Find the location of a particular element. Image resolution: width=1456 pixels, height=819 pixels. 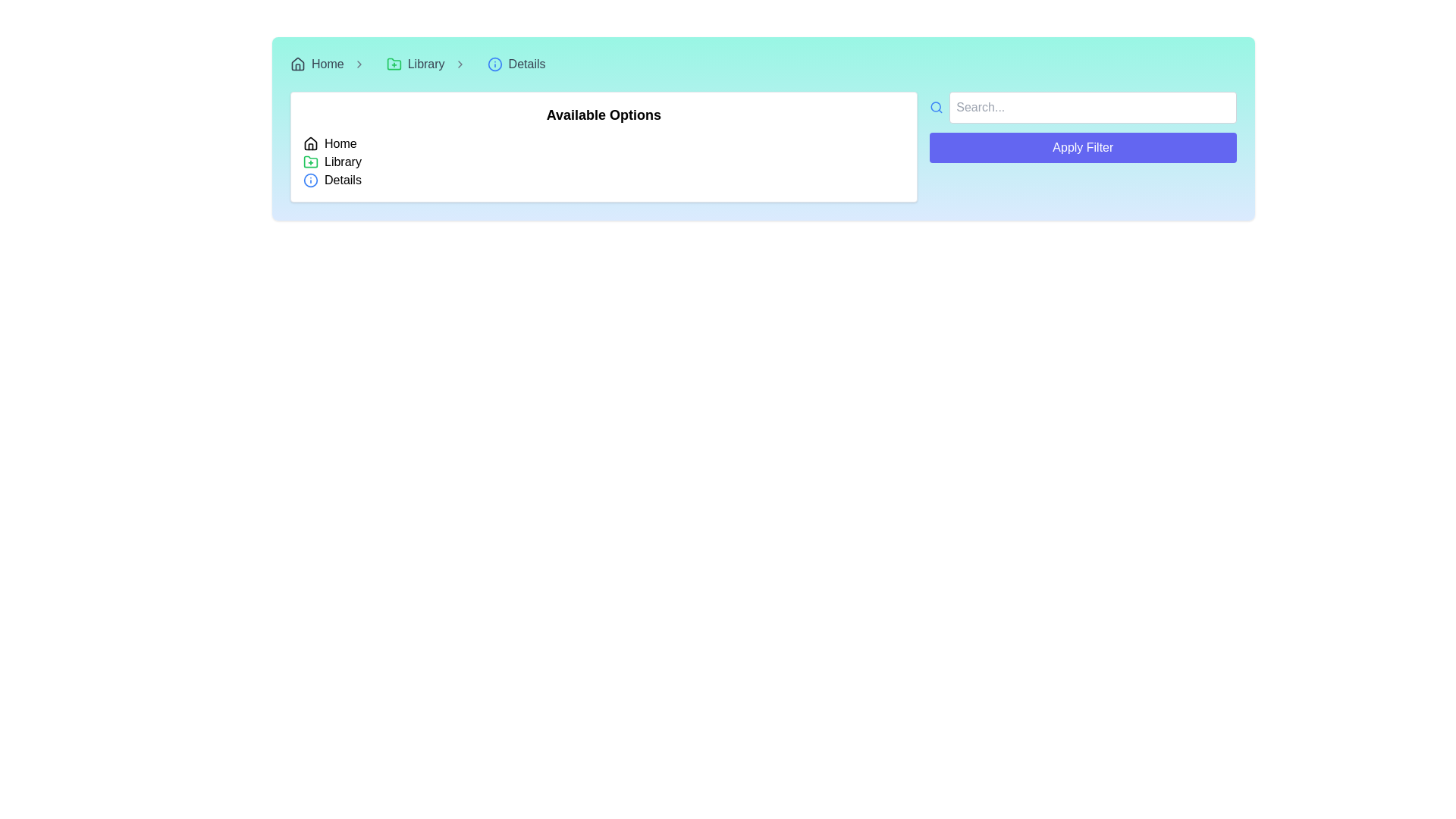

the House icon located on the left side of the breadcrumb navigation bar, next to the 'Home' text is located at coordinates (298, 63).